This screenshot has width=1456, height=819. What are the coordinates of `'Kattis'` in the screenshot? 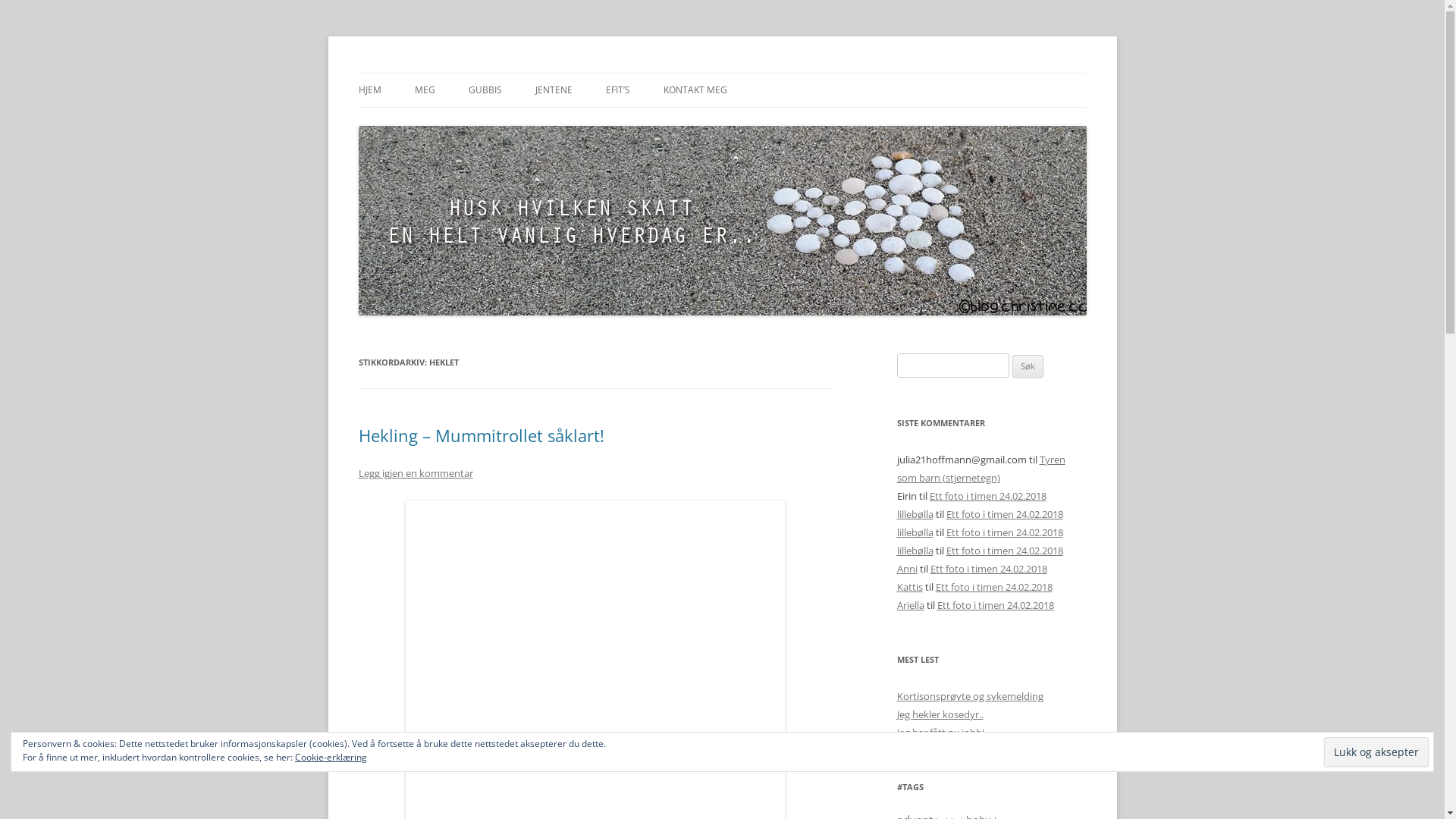 It's located at (896, 586).